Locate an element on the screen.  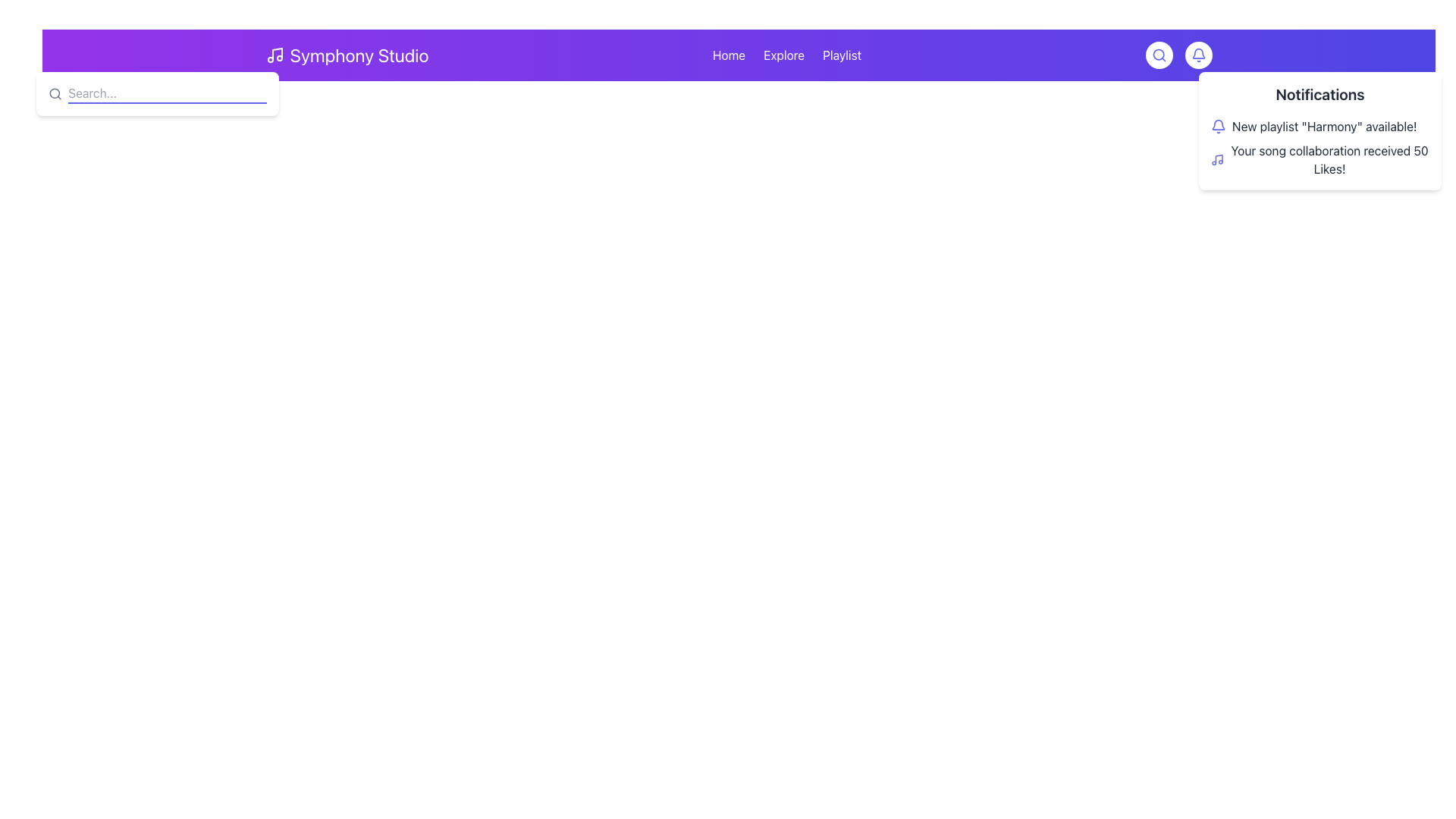
text content of the second notification message about receiving likes on a song collaboration located in the notification dropdown in the top-right corner of the page is located at coordinates (1329, 160).